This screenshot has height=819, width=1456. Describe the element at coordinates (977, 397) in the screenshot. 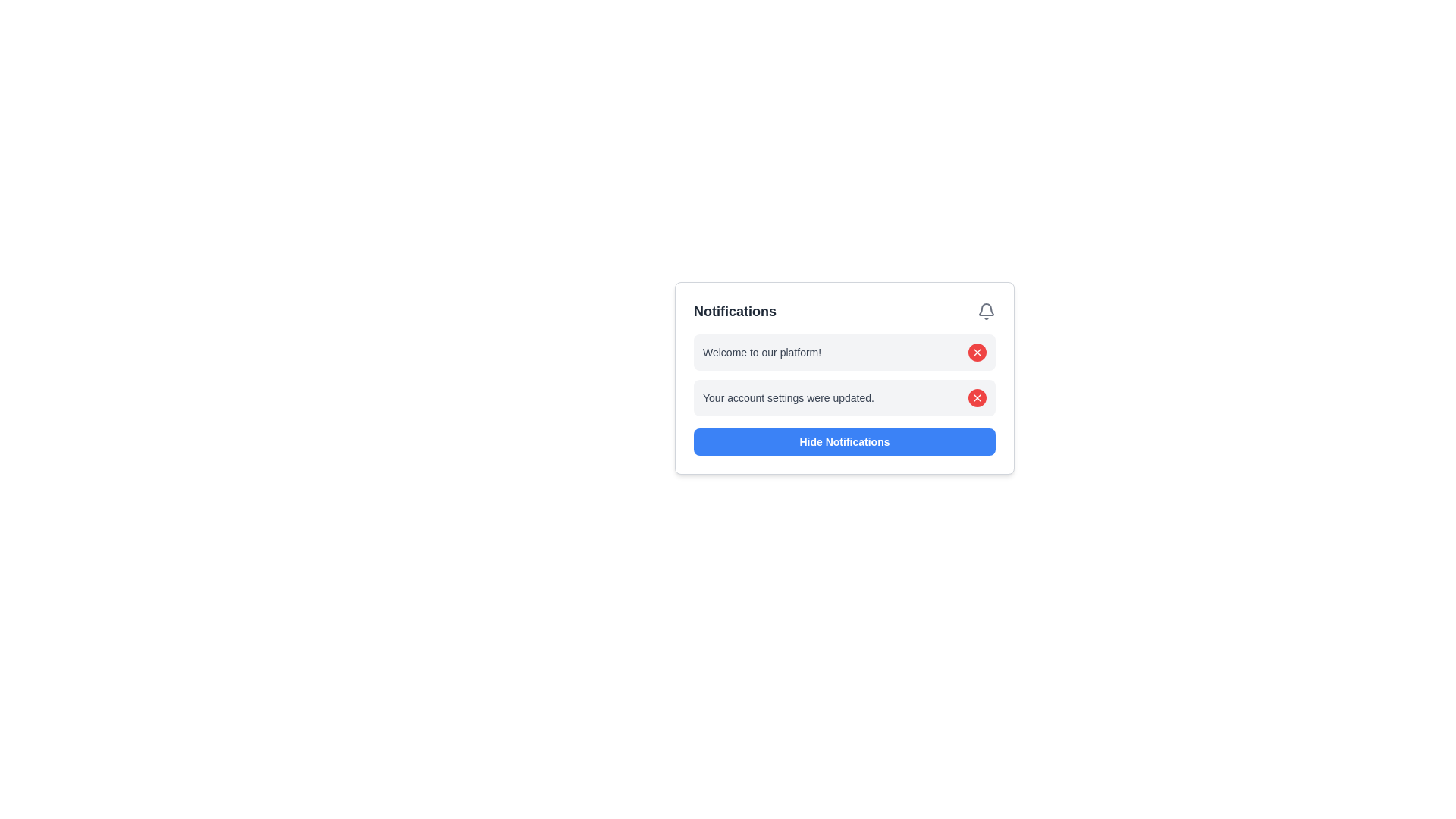

I see `the red circular button with a white 'X' icon` at that location.